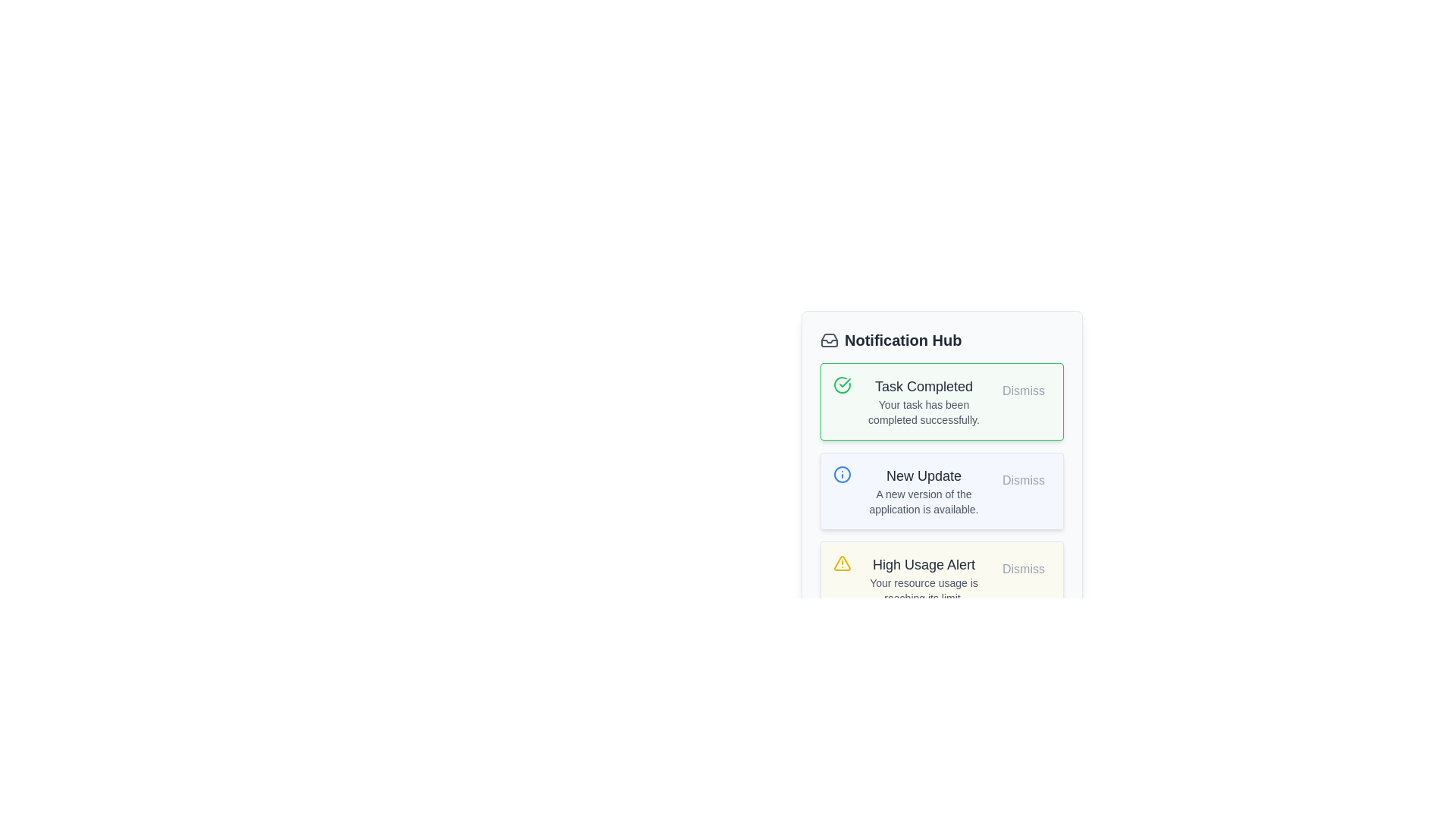 This screenshot has height=819, width=1456. What do you see at coordinates (923, 400) in the screenshot?
I see `the Notification message in the first notification slot under the 'Notification Hub' header, which indicates successful task completion` at bounding box center [923, 400].